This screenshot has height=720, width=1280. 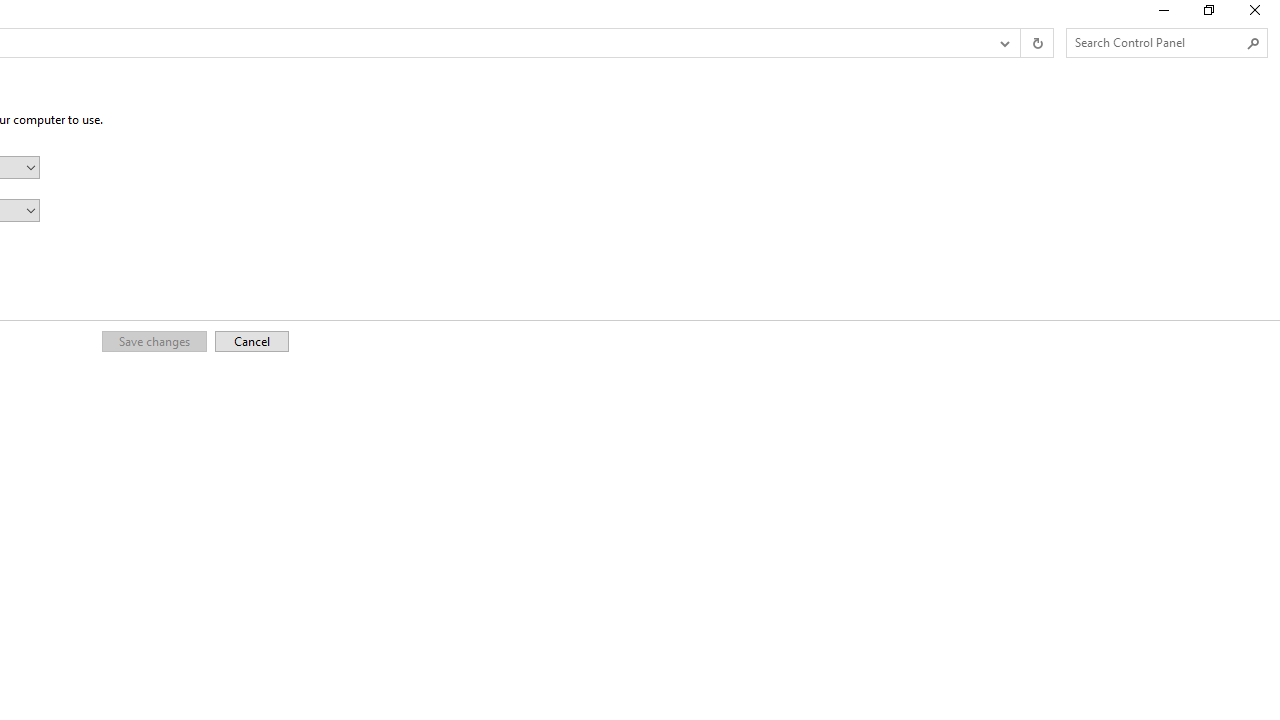 What do you see at coordinates (1036, 43) in the screenshot?
I see `'Refresh "Edit Plan Settings" (F5)'` at bounding box center [1036, 43].